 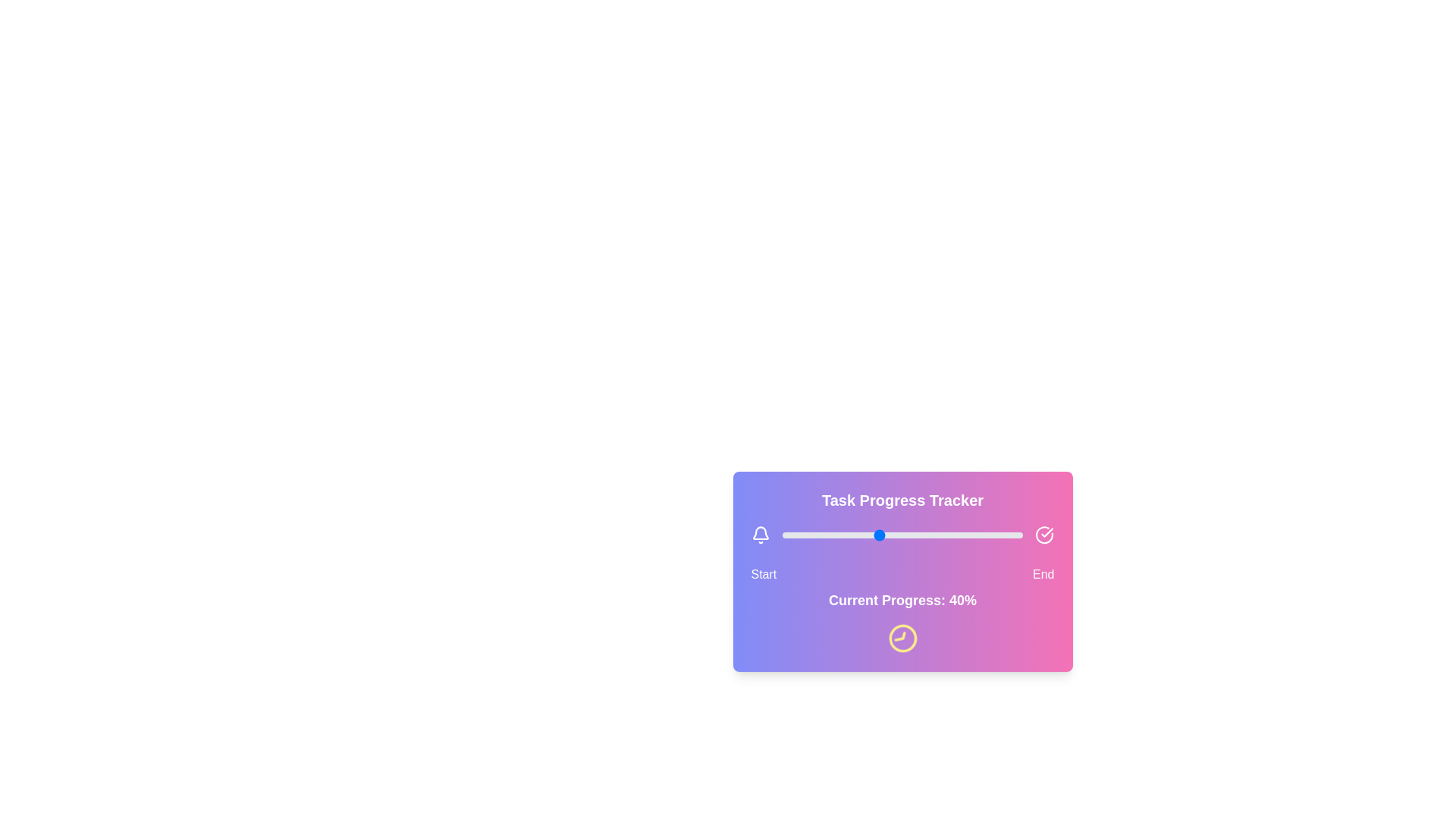 What do you see at coordinates (789, 534) in the screenshot?
I see `the progress slider to 3%` at bounding box center [789, 534].